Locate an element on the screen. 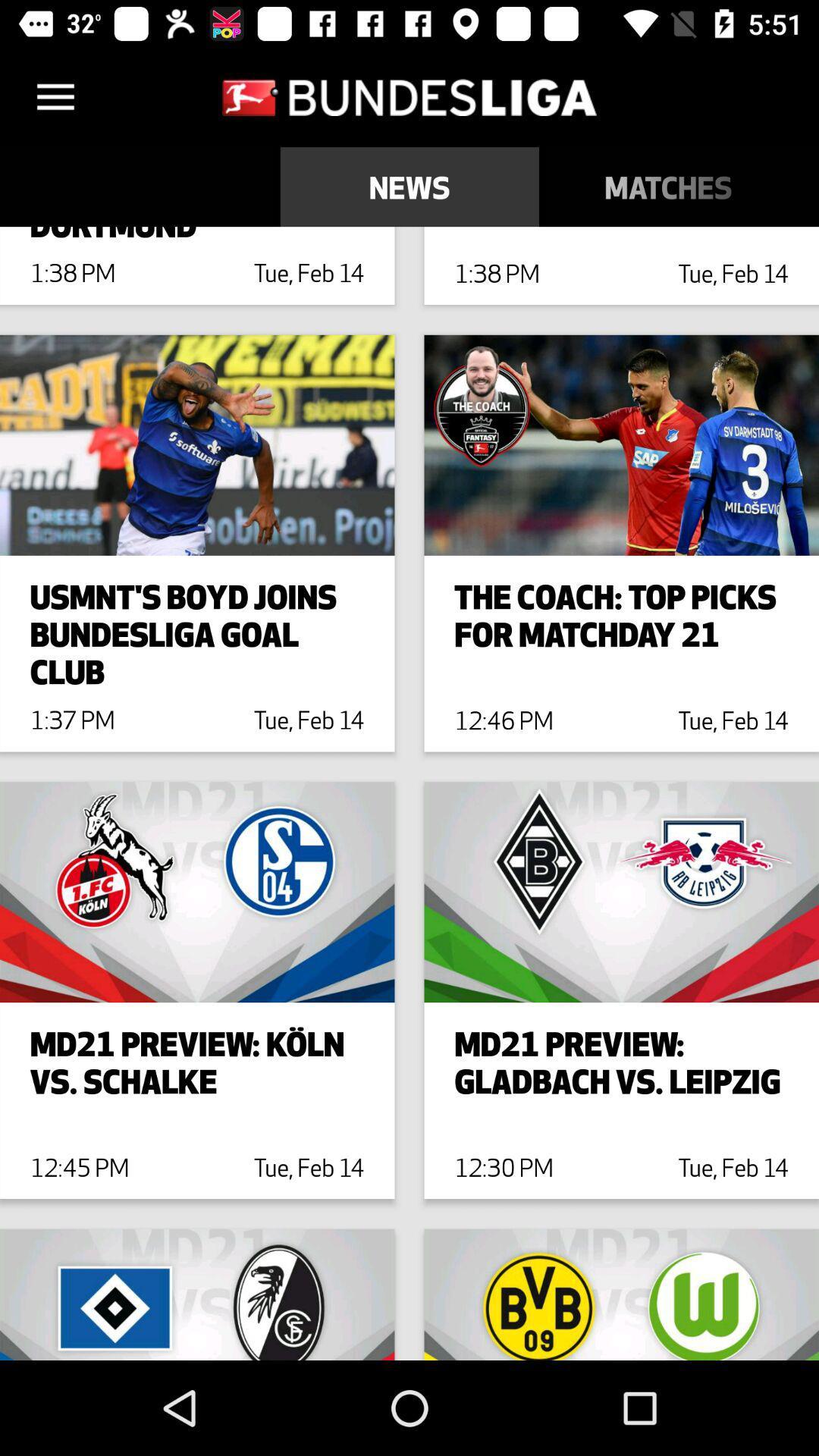  icon above dembele indespensible to is located at coordinates (409, 186).